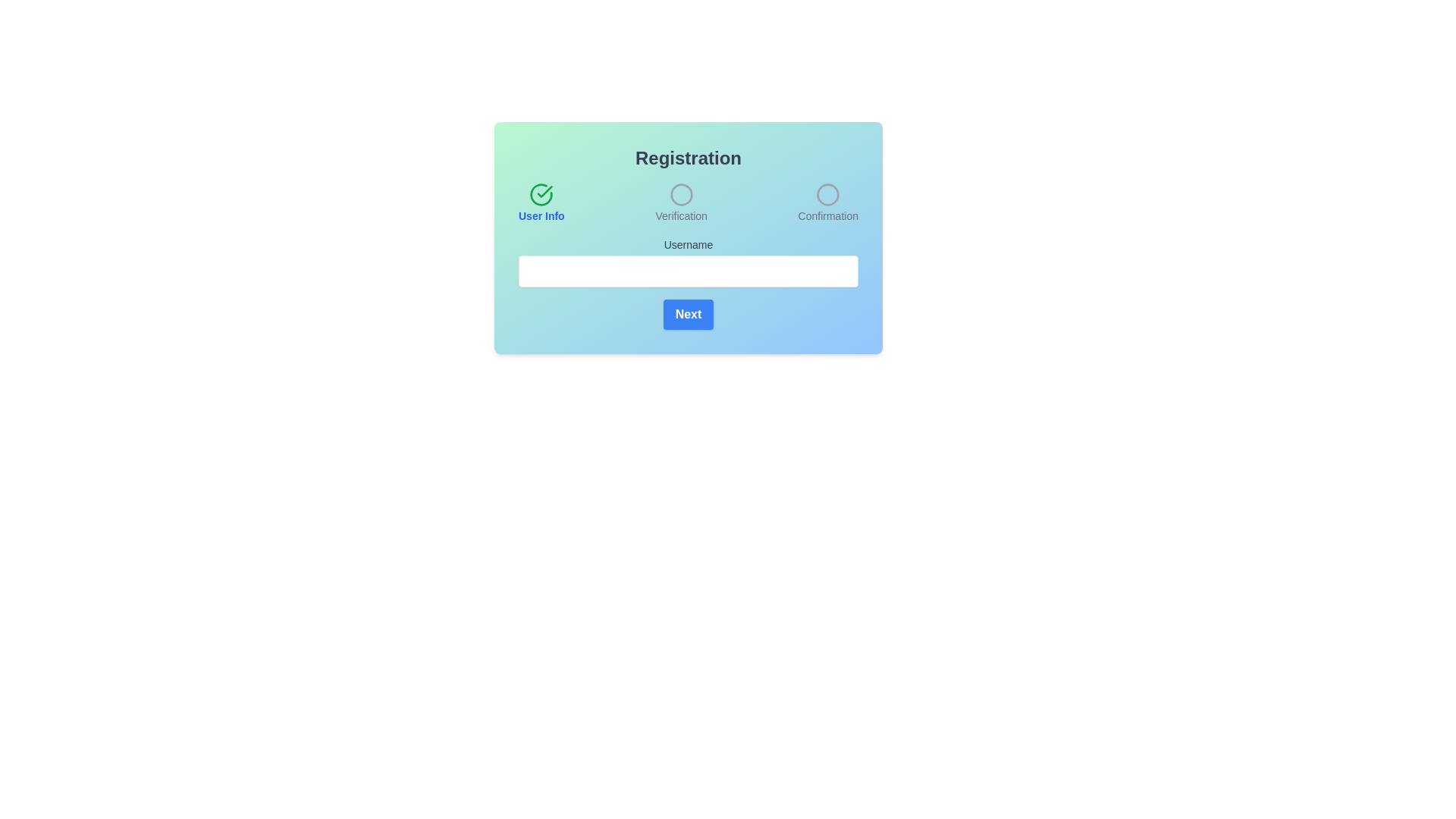 The image size is (1456, 819). What do you see at coordinates (827, 216) in the screenshot?
I see `the 'Confirmation' text label, which is styled in a small gray font and located below a circular icon in the registration process step indicators` at bounding box center [827, 216].